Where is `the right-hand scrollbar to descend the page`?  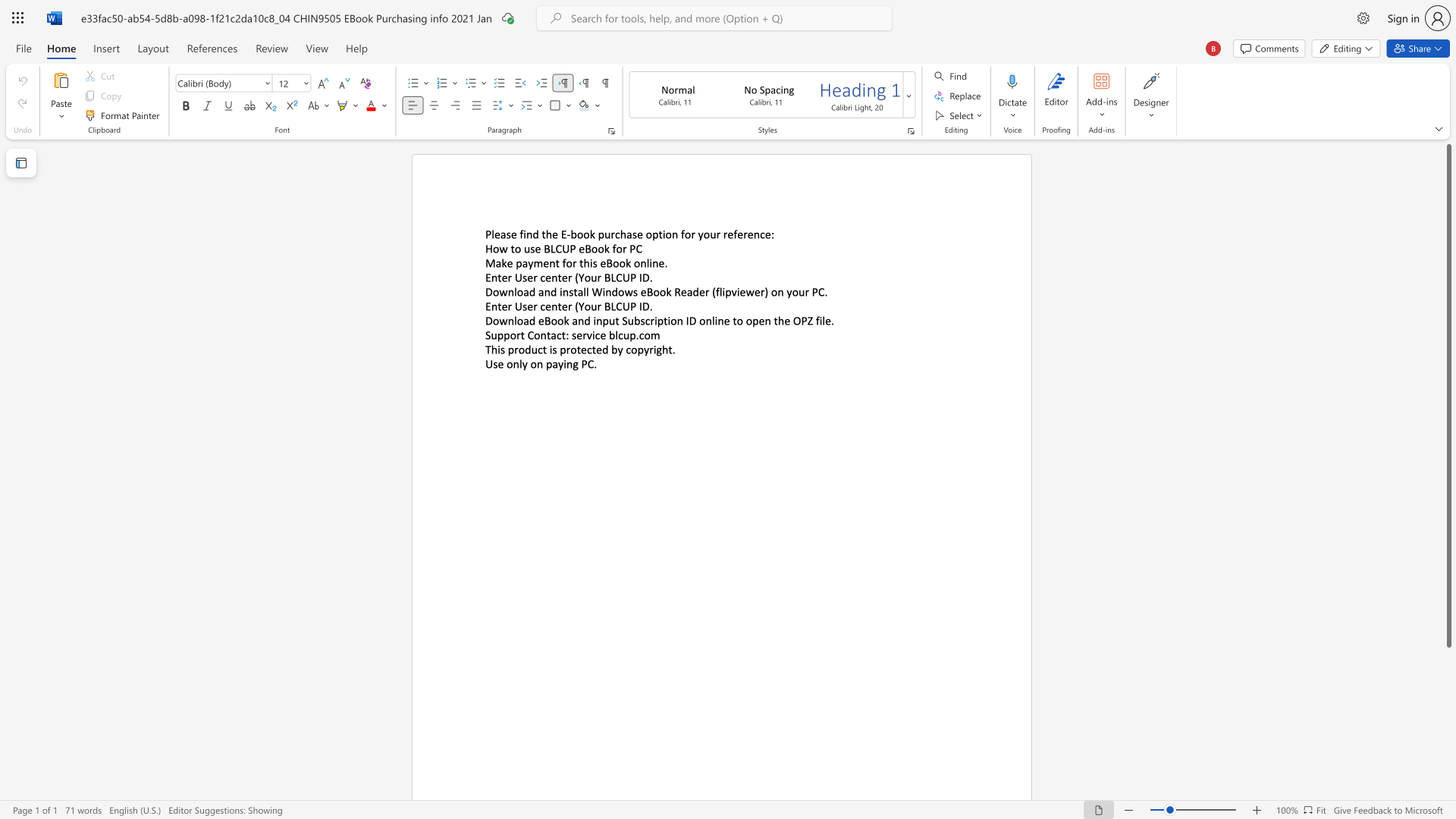 the right-hand scrollbar to descend the page is located at coordinates (1448, 698).